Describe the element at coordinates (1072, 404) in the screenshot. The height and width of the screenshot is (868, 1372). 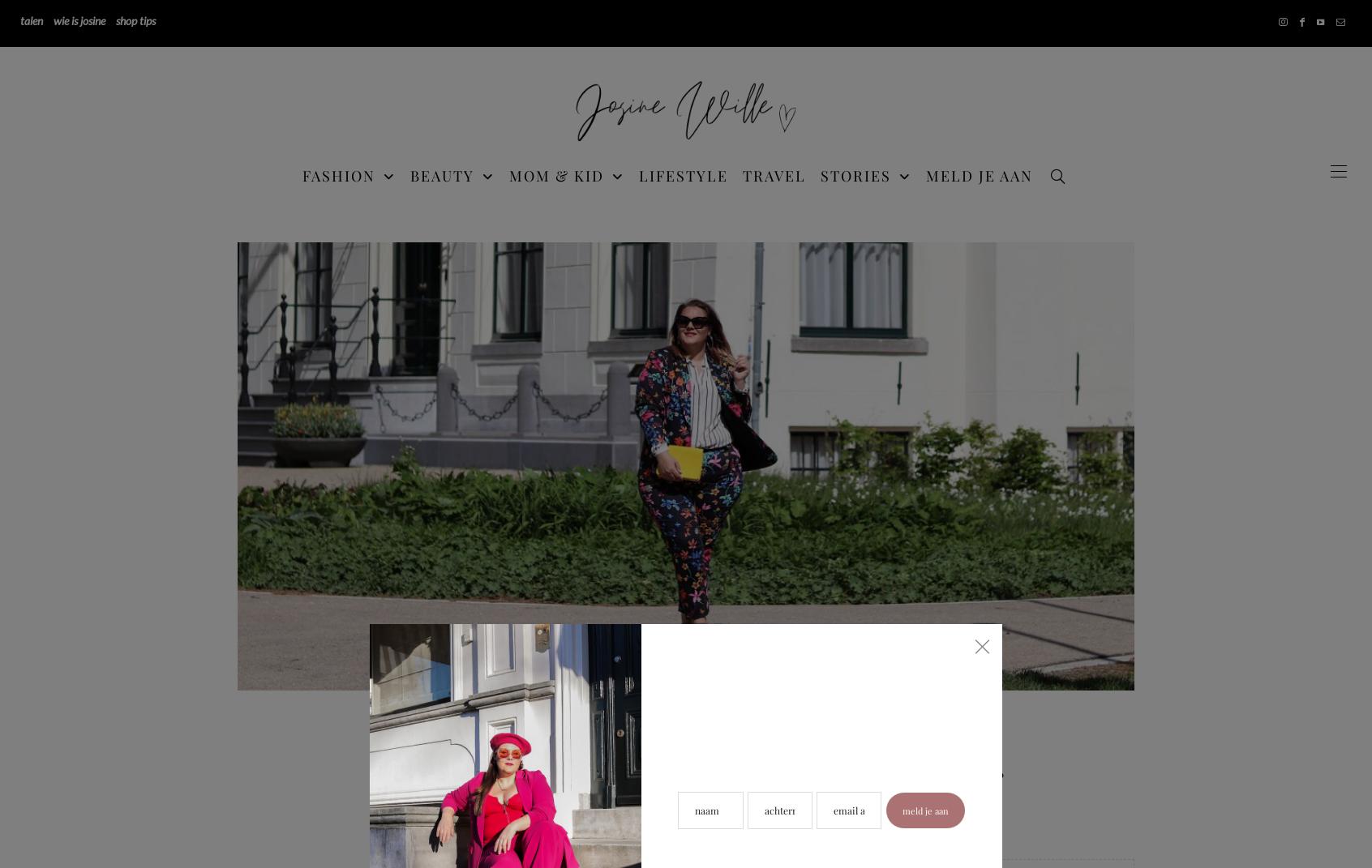
I see `'BABY & KIND'` at that location.